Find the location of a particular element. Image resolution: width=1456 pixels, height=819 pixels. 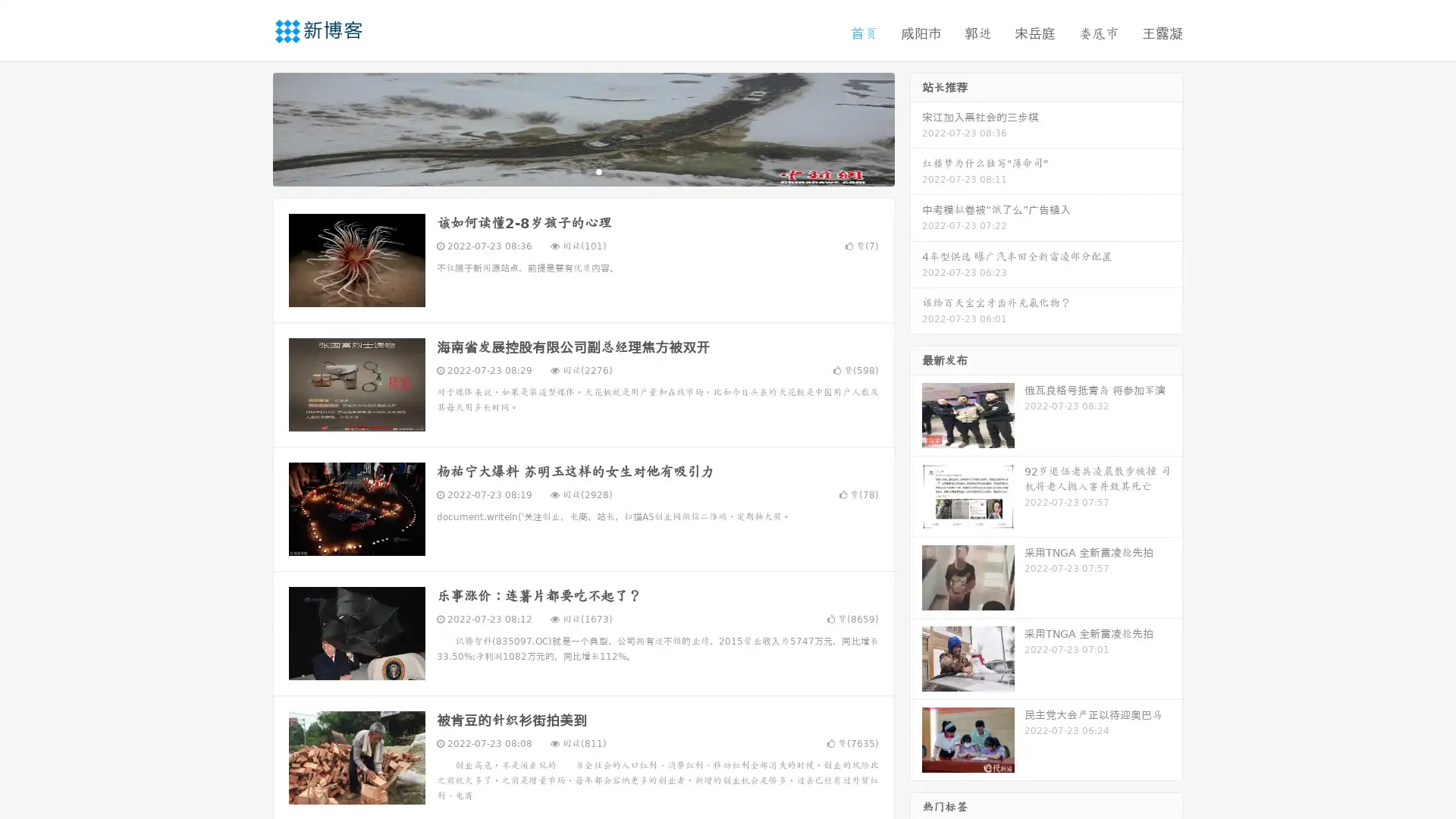

Go to slide 3 is located at coordinates (598, 171).